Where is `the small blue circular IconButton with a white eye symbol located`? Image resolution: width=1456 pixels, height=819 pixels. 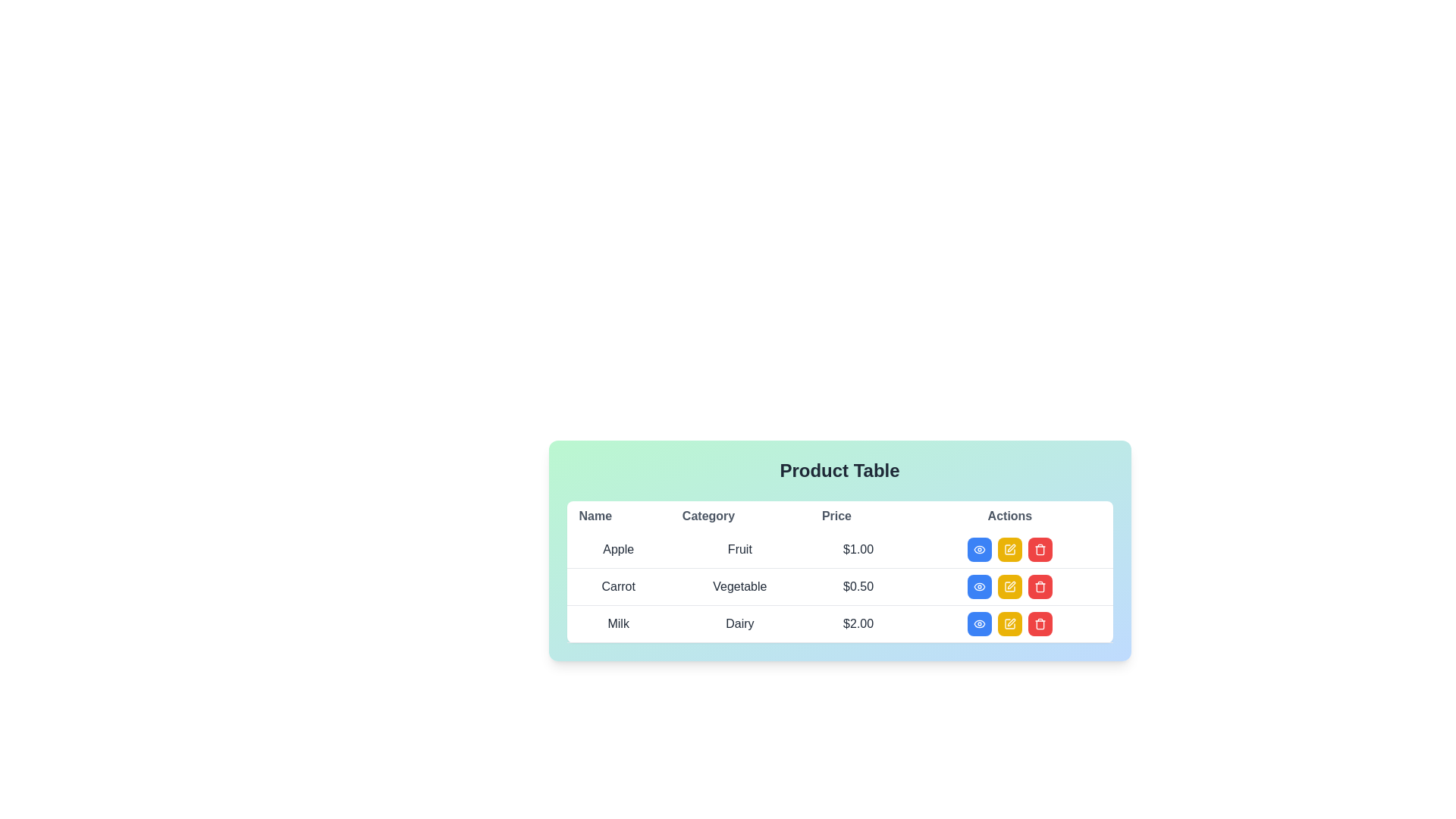 the small blue circular IconButton with a white eye symbol located is located at coordinates (979, 623).